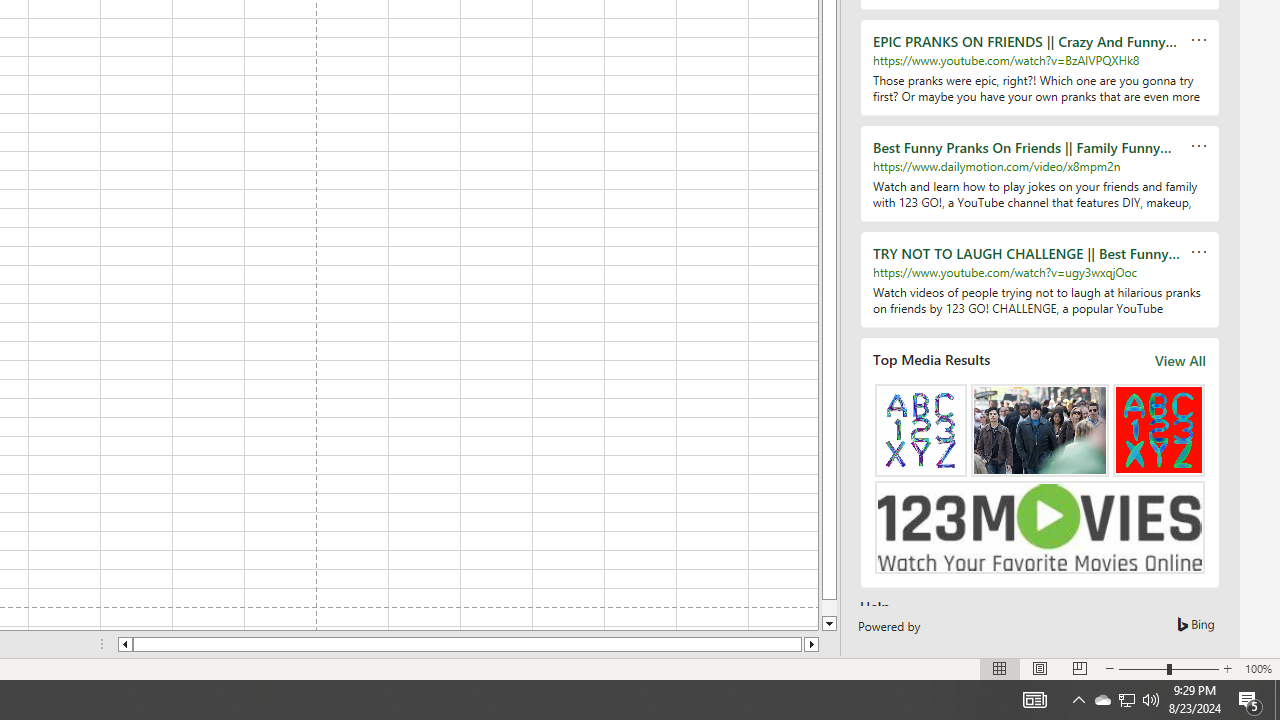 The image size is (1280, 720). What do you see at coordinates (1078, 669) in the screenshot?
I see `'Page Break Preview'` at bounding box center [1078, 669].